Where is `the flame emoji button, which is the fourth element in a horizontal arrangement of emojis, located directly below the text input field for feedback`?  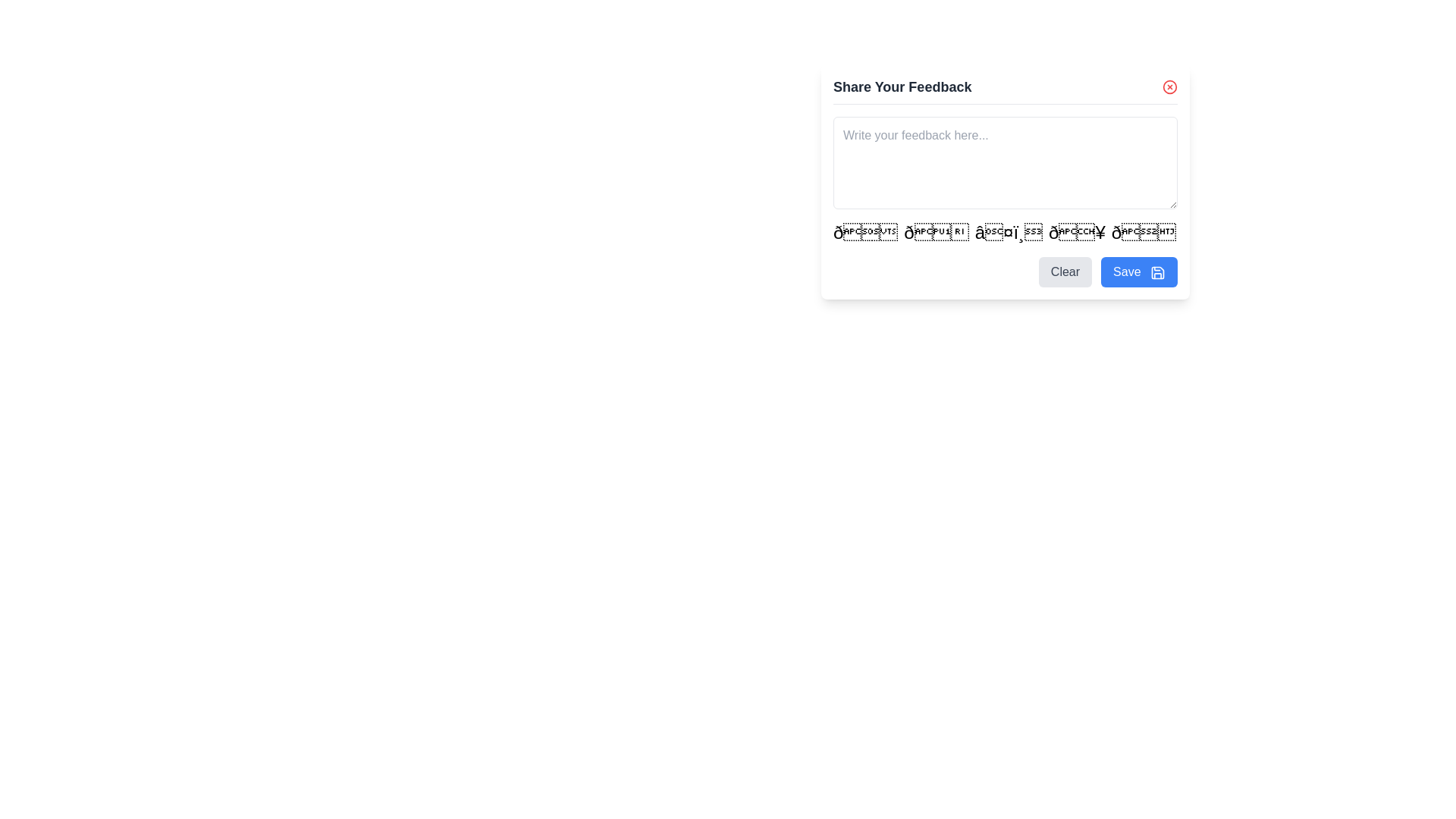
the flame emoji button, which is the fourth element in a horizontal arrangement of emojis, located directly below the text input field for feedback is located at coordinates (1076, 233).